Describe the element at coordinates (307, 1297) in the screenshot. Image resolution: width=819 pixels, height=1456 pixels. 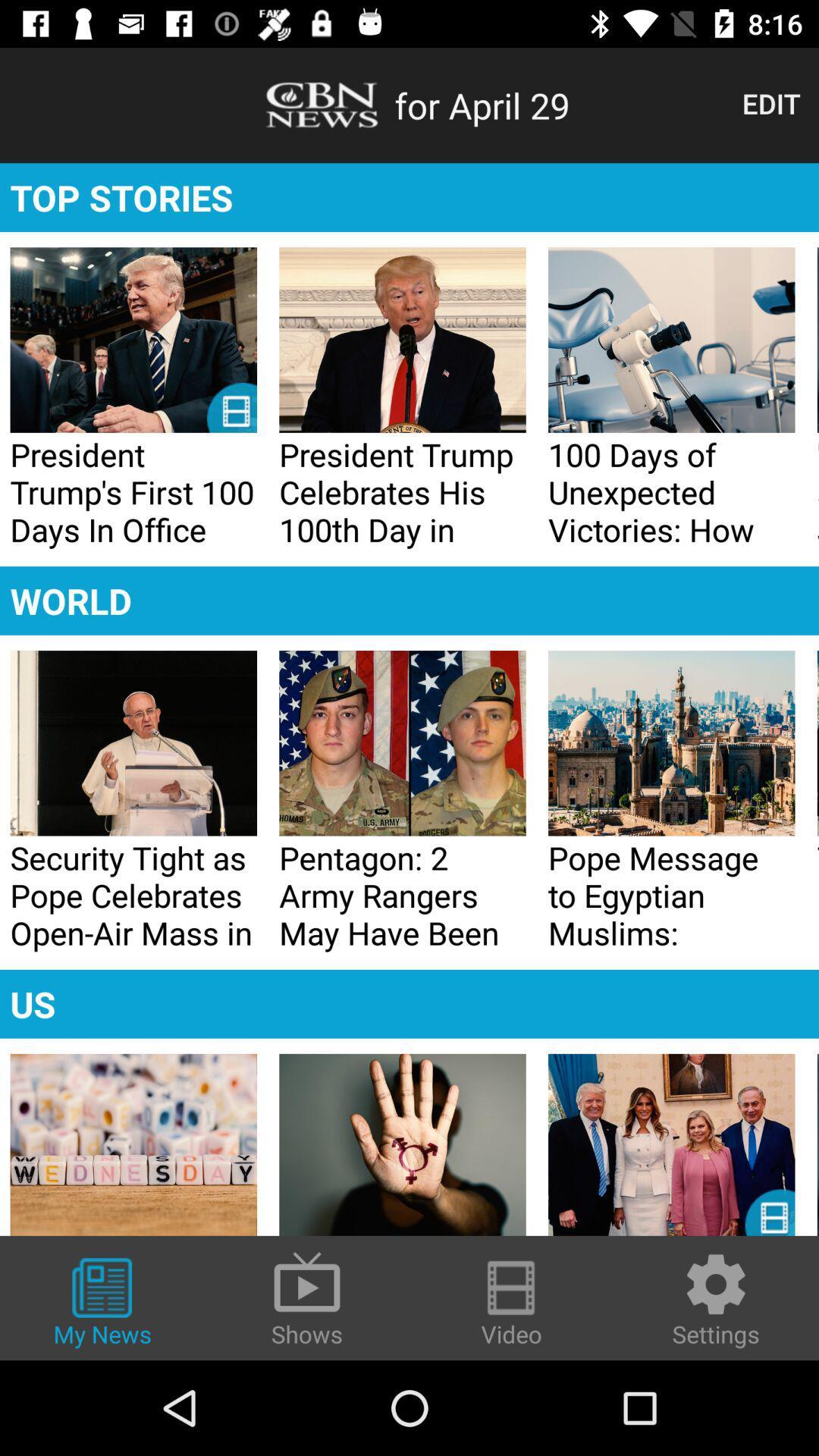
I see `the item to the right of the my news` at that location.